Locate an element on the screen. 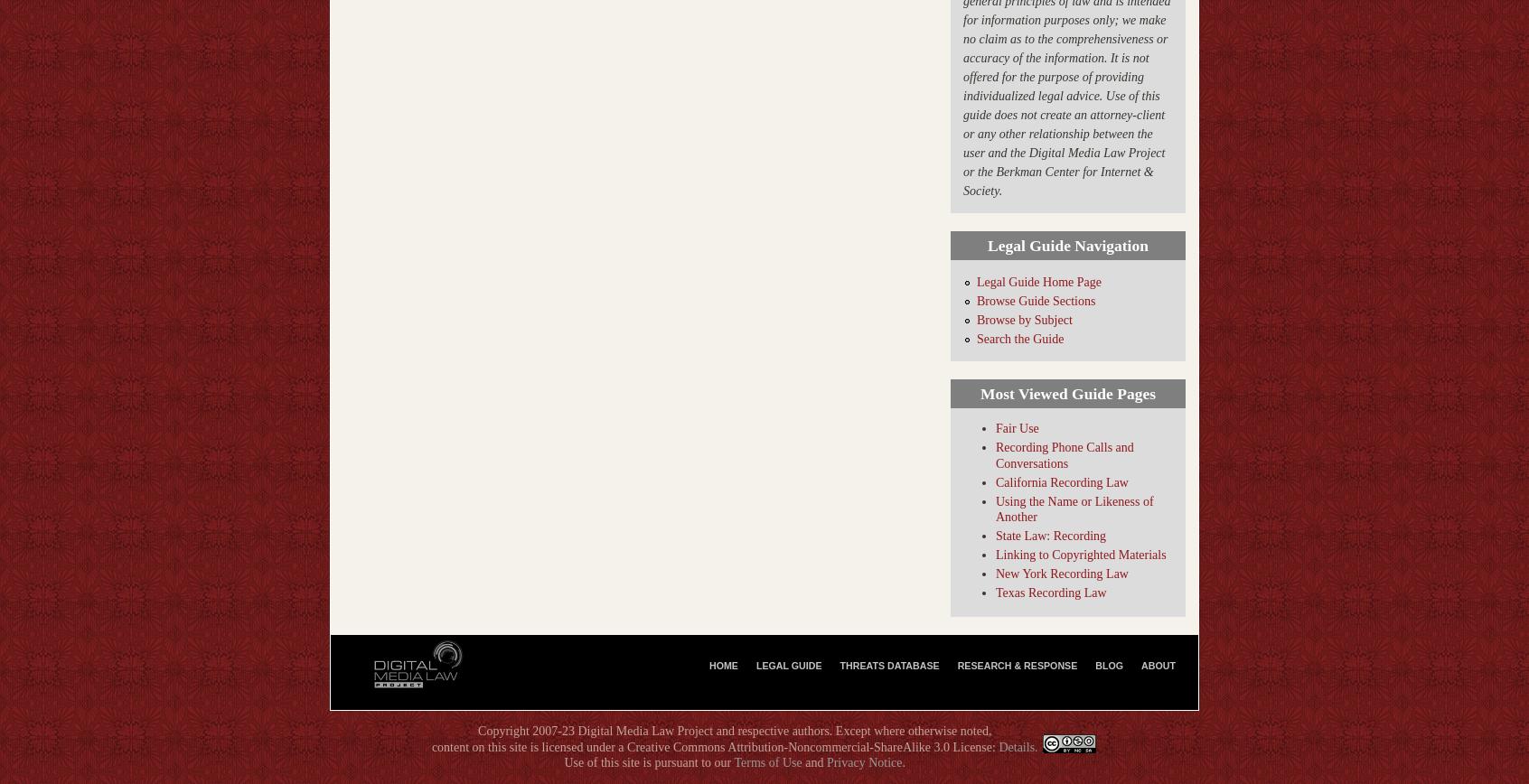 The image size is (1529, 784). 'New York Recording Law' is located at coordinates (1060, 574).